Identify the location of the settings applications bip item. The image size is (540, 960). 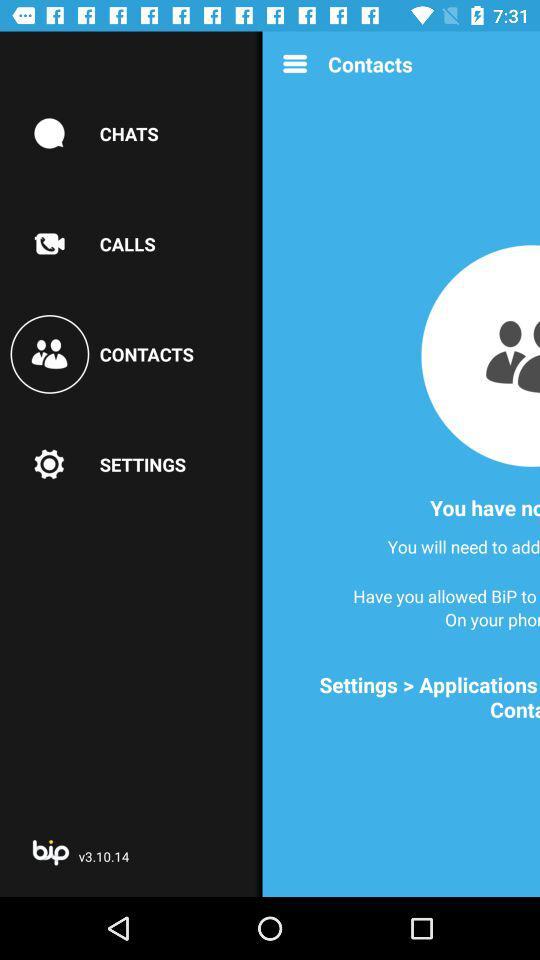
(406, 697).